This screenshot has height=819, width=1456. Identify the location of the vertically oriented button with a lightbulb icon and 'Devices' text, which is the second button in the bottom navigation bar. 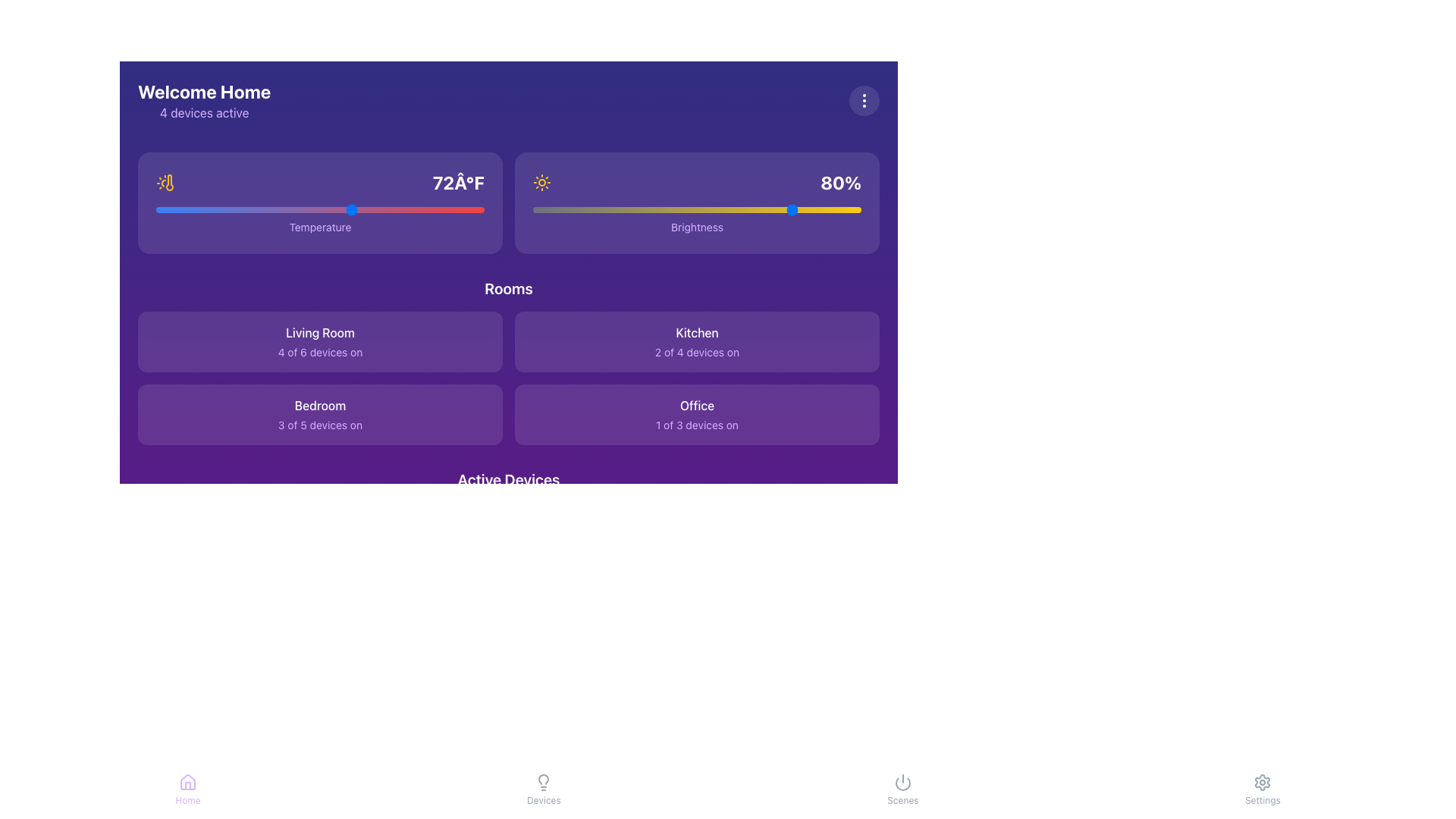
(544, 789).